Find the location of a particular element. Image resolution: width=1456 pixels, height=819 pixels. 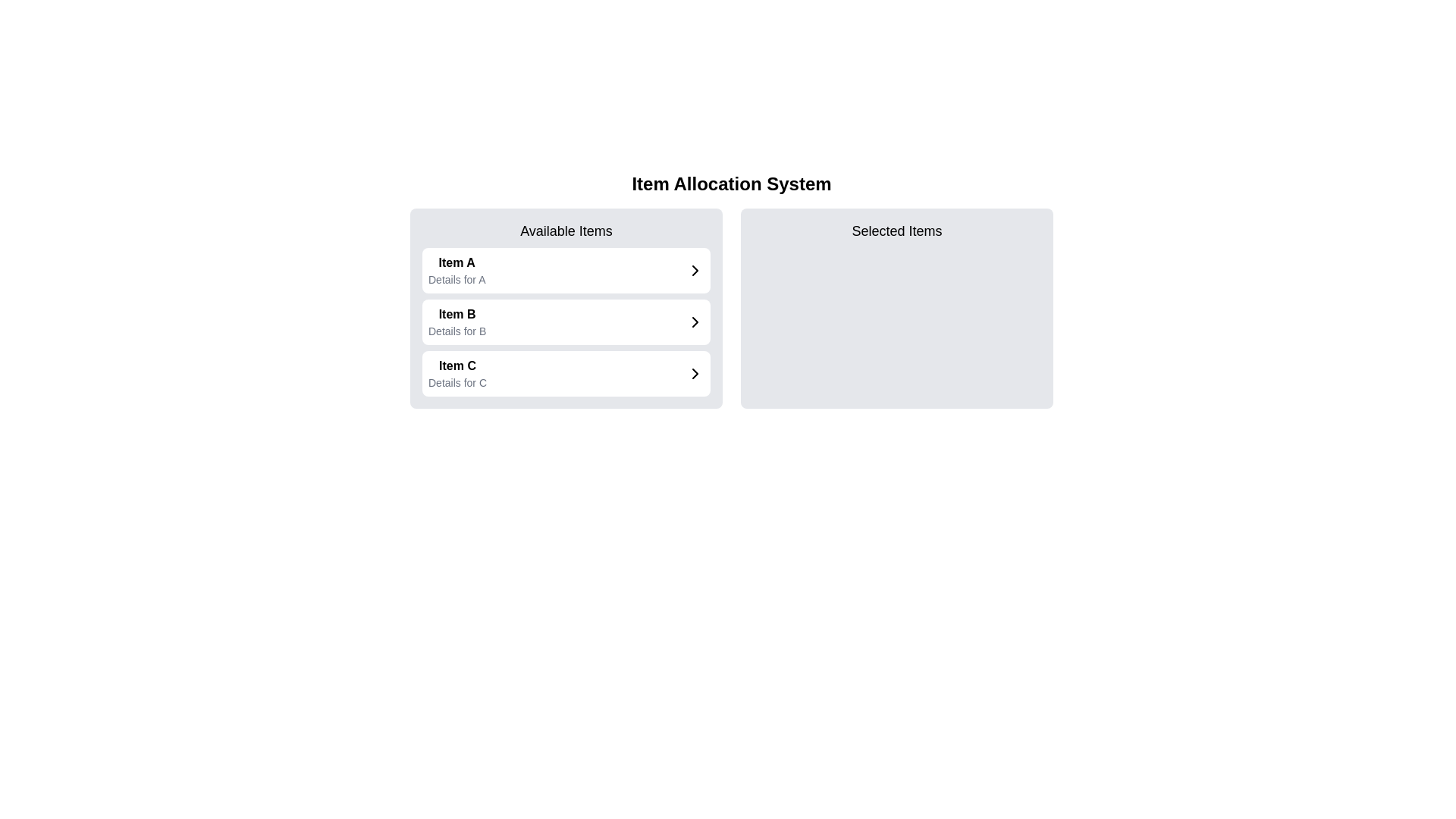

the chevron arrow icon is located at coordinates (694, 374).